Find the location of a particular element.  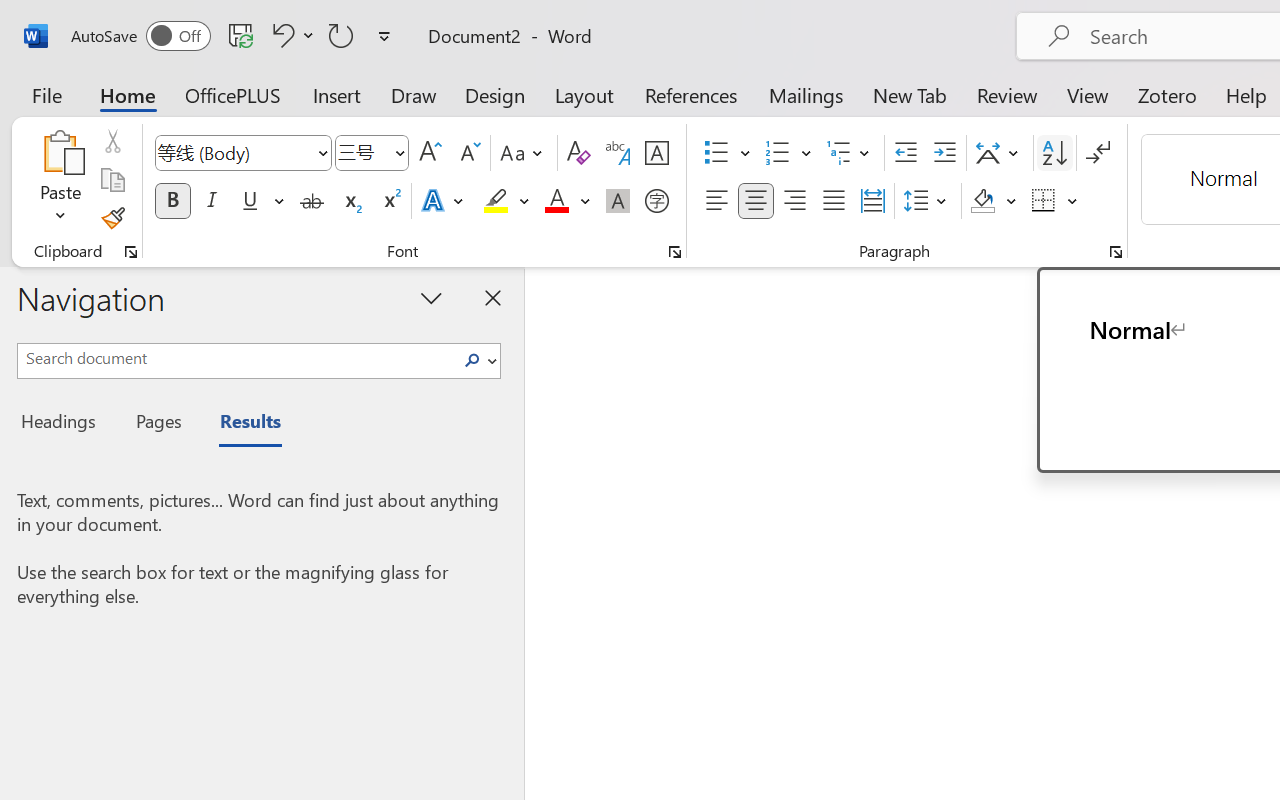

'Font Color Red' is located at coordinates (556, 201).